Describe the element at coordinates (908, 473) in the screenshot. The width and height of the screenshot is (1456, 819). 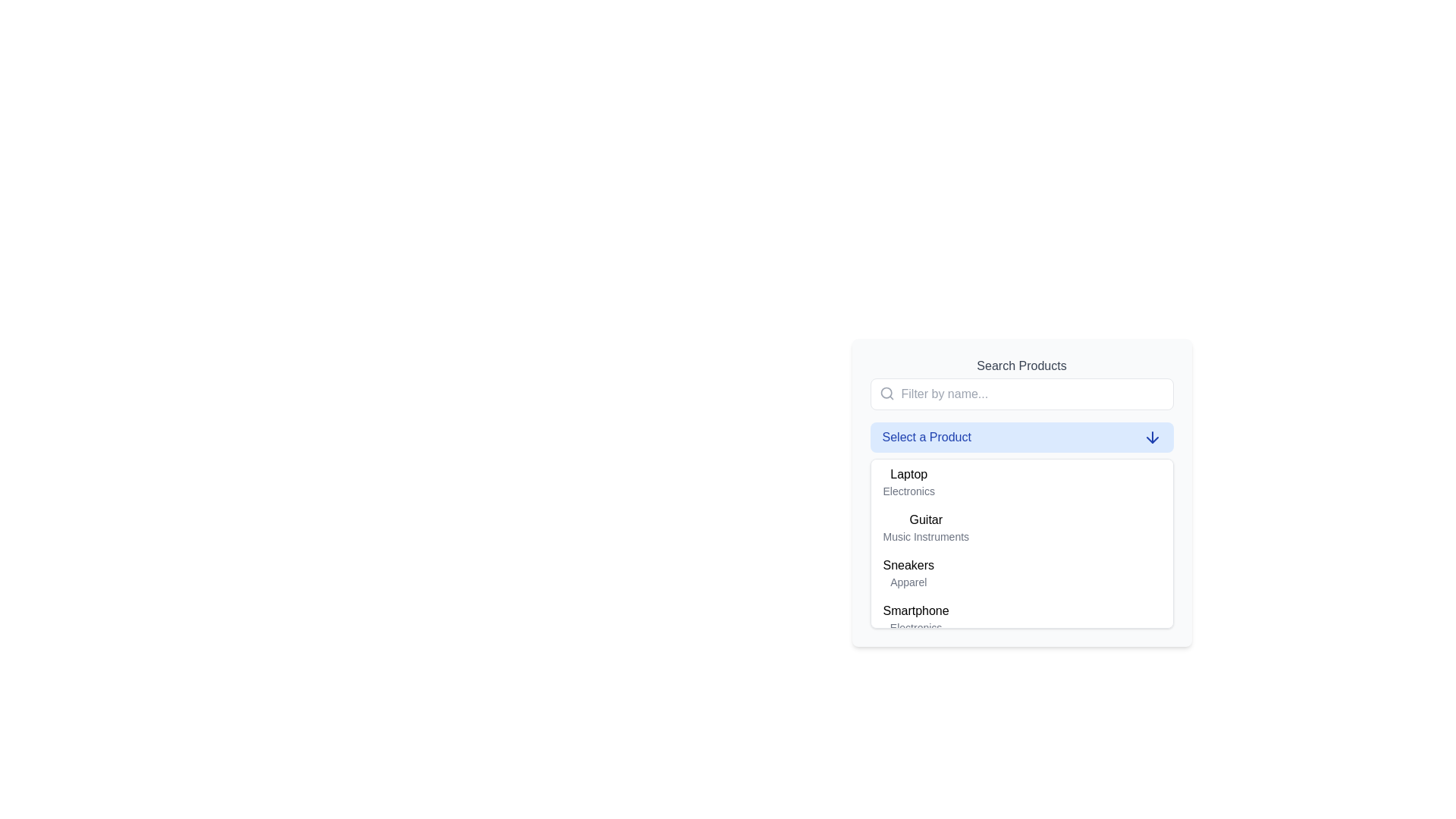
I see `the 'Laptop' text label within the selectable dropdown item` at that location.